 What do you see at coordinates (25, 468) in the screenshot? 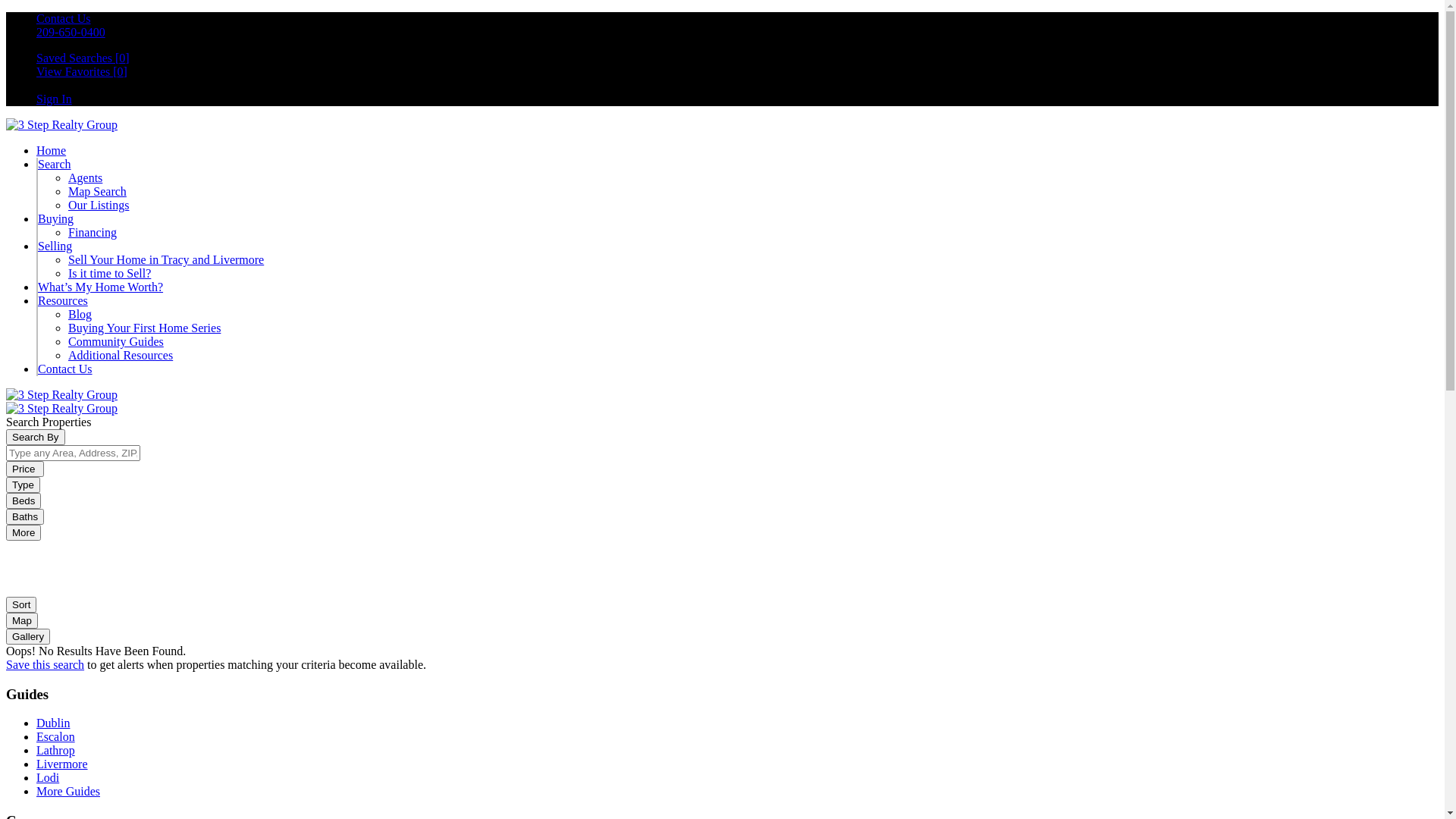
I see `'Price '` at bounding box center [25, 468].